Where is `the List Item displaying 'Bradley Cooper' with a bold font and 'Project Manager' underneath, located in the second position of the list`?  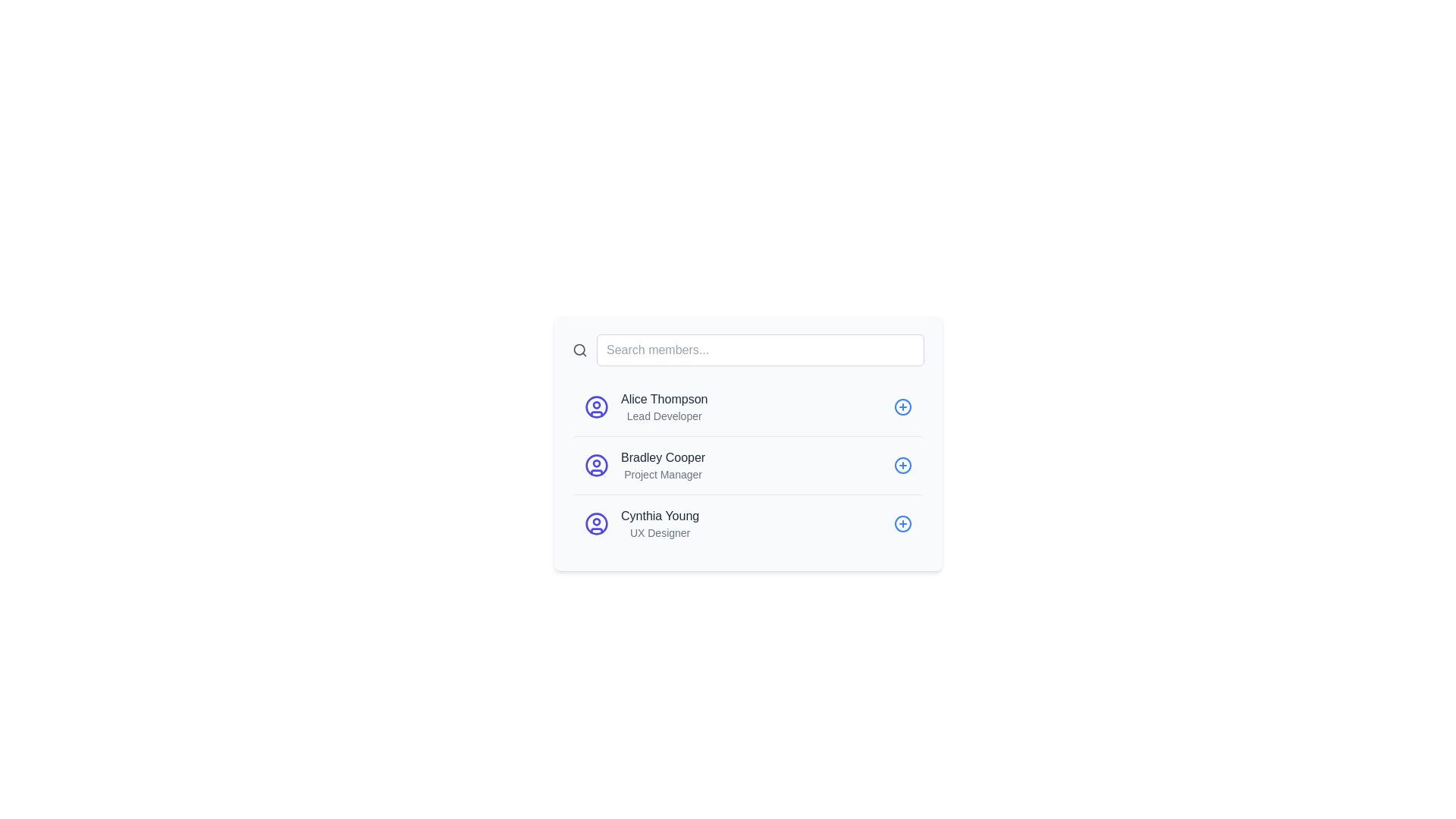 the List Item displaying 'Bradley Cooper' with a bold font and 'Project Manager' underneath, located in the second position of the list is located at coordinates (748, 464).